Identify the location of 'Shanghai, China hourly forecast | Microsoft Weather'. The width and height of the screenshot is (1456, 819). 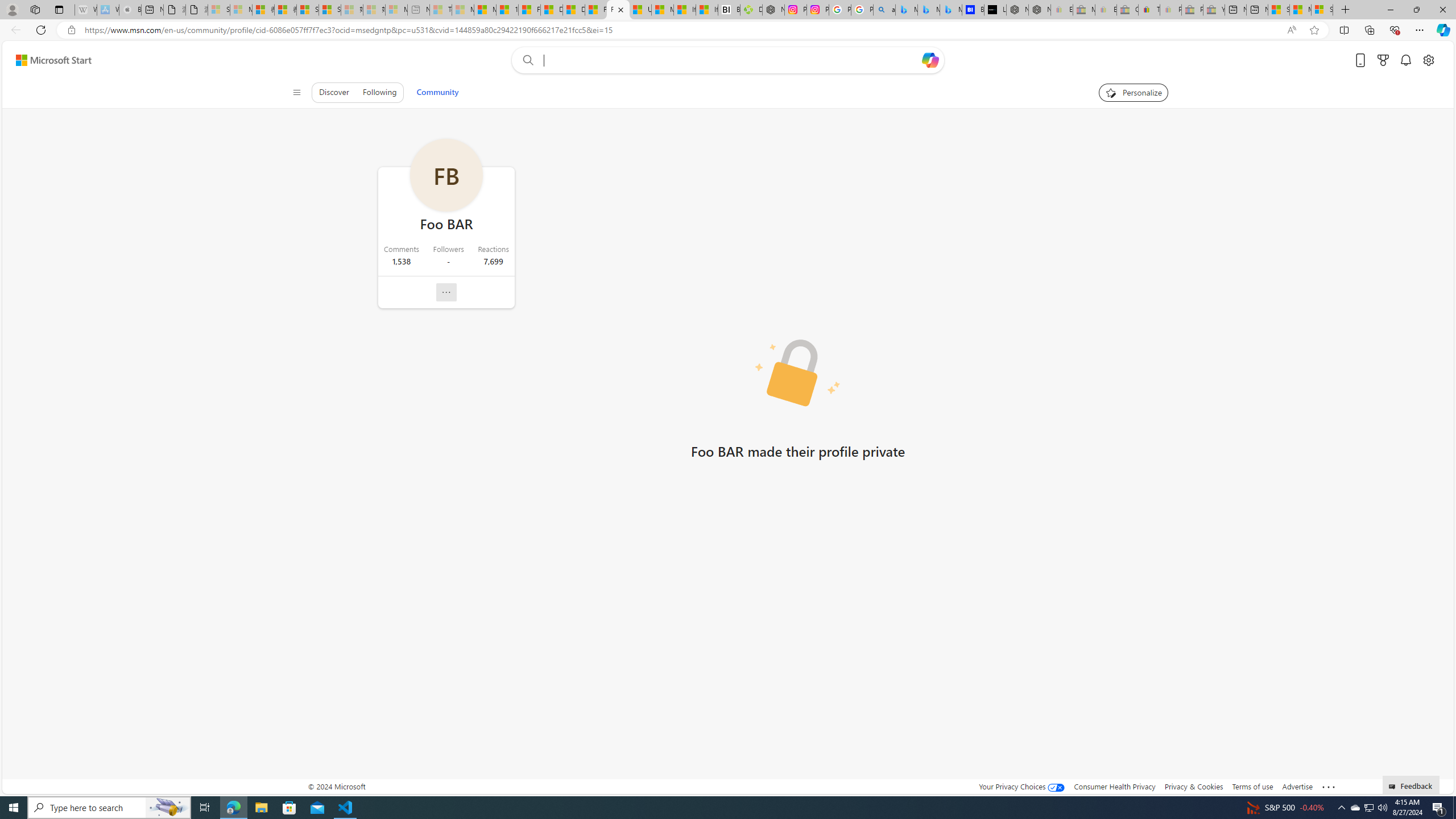
(1278, 9).